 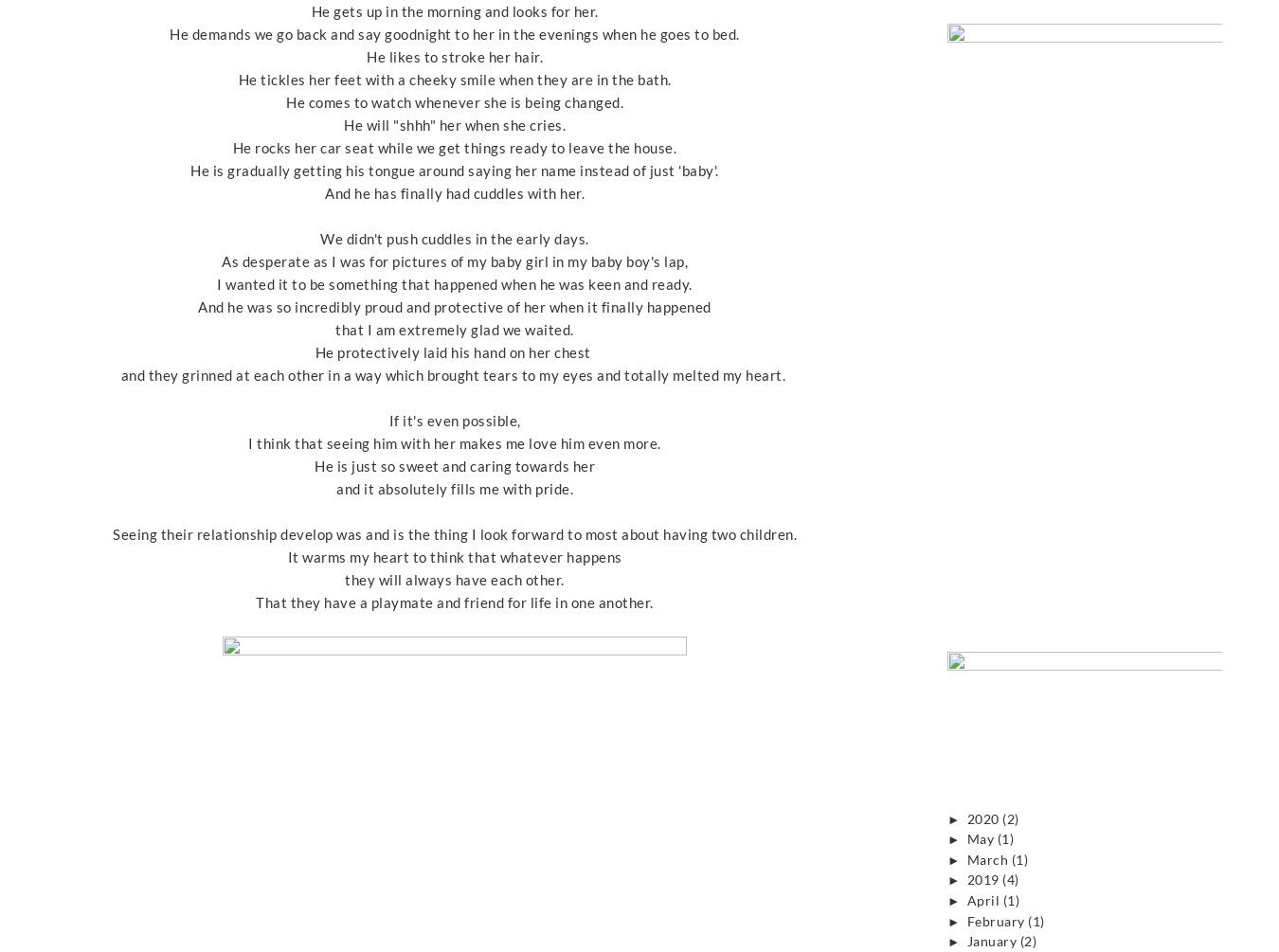 What do you see at coordinates (966, 920) in the screenshot?
I see `'February'` at bounding box center [966, 920].